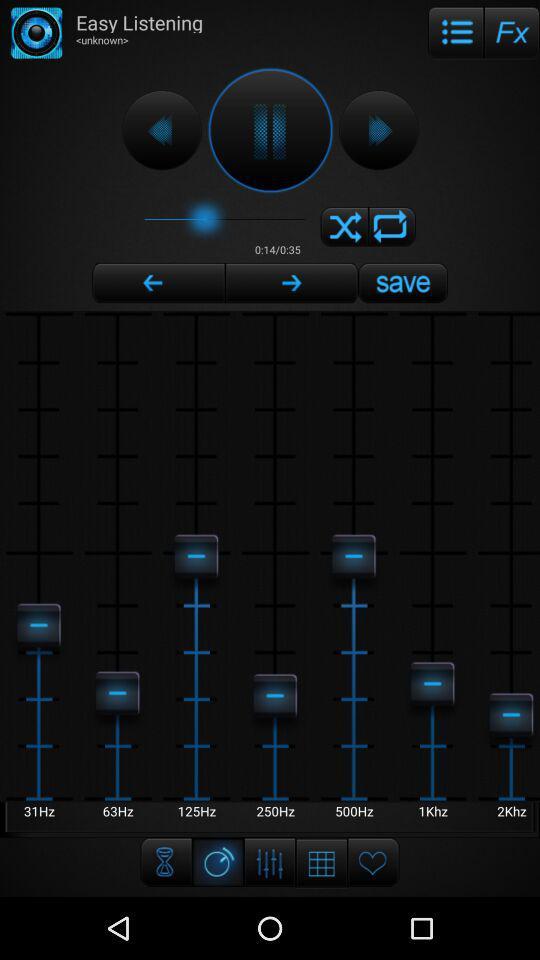 The height and width of the screenshot is (960, 540). What do you see at coordinates (456, 34) in the screenshot?
I see `the list icon` at bounding box center [456, 34].